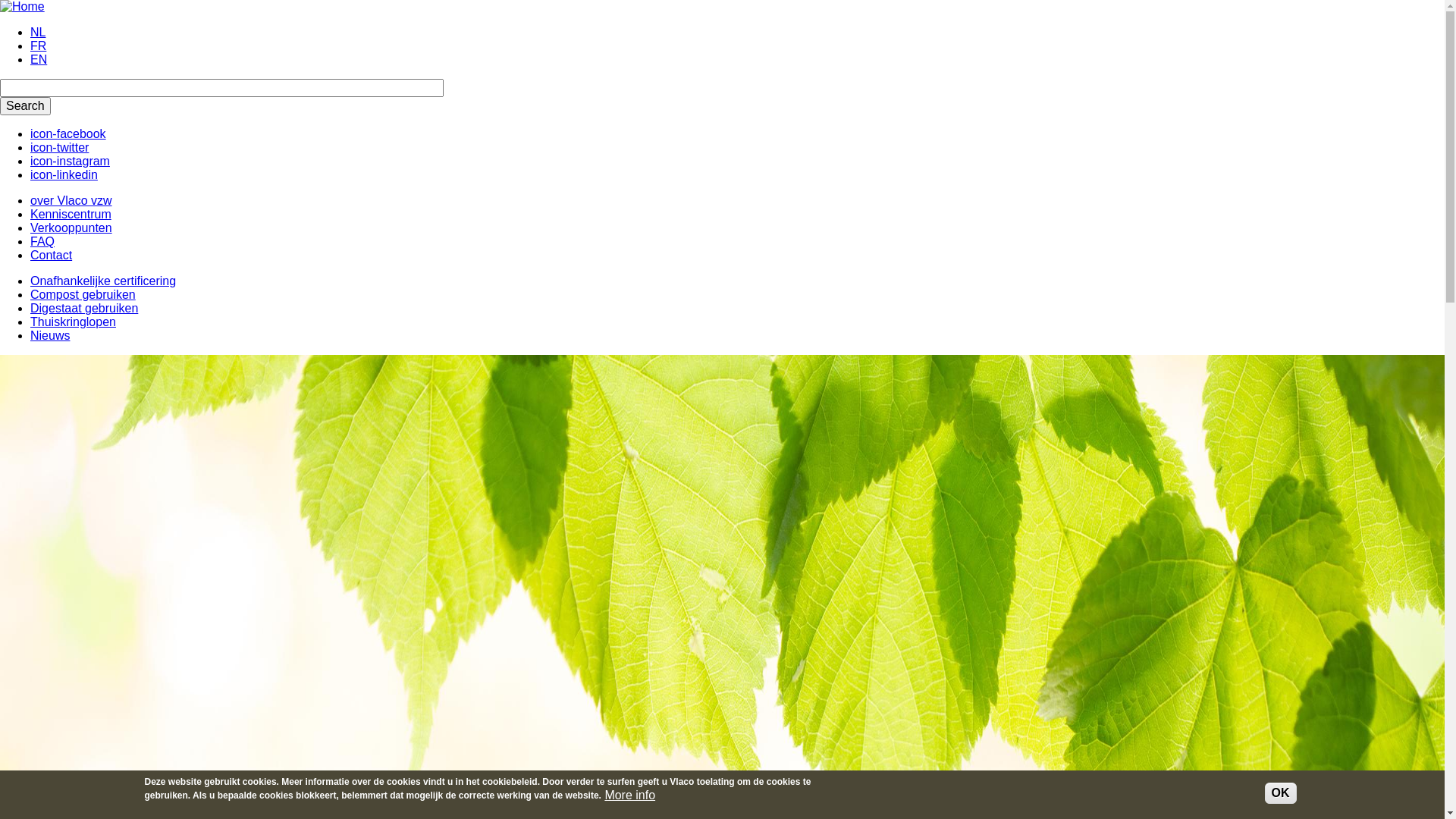 This screenshot has height=819, width=1456. Describe the element at coordinates (51, 254) in the screenshot. I see `'Contact'` at that location.